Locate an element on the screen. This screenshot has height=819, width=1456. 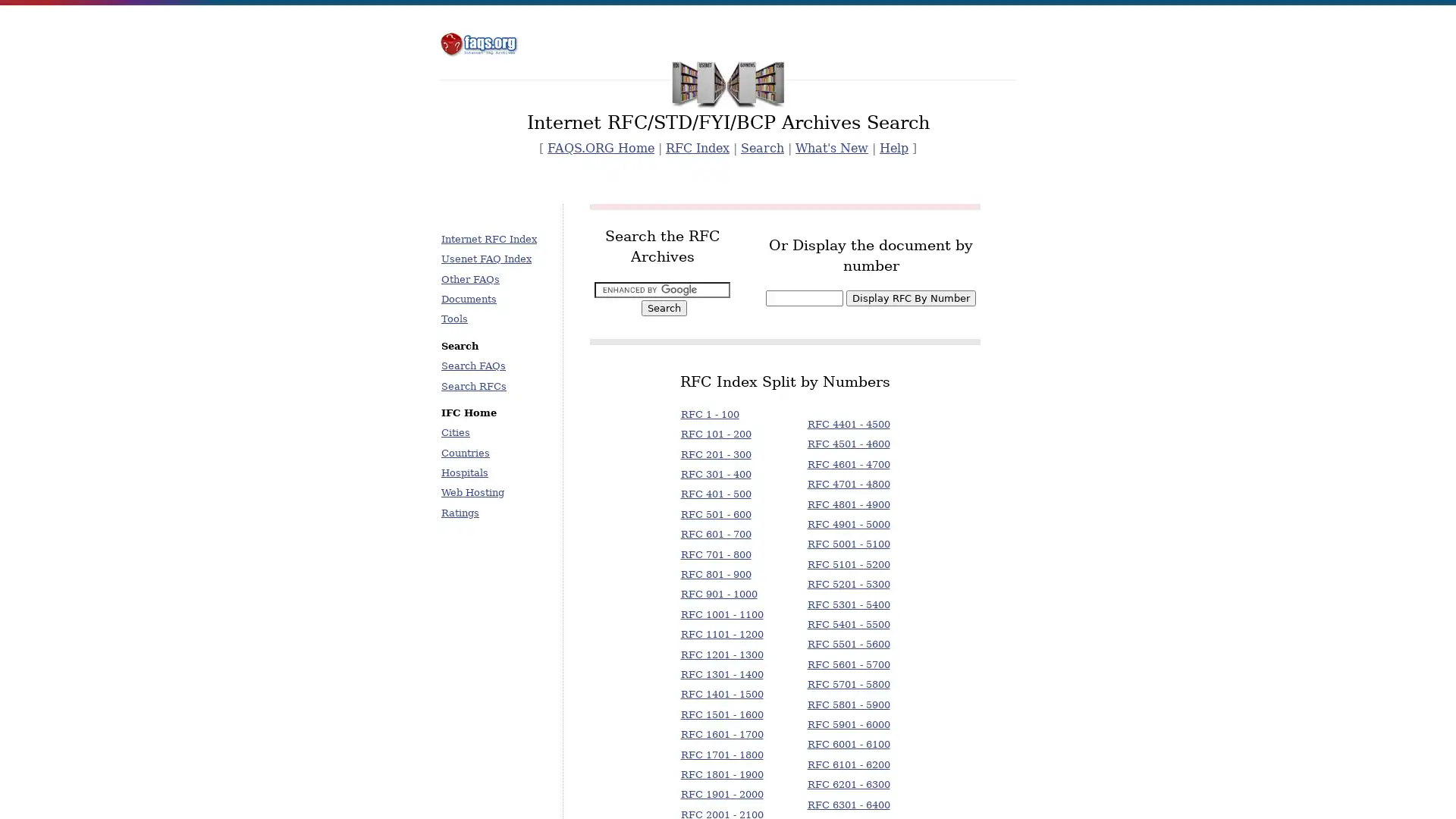
Search is located at coordinates (664, 307).